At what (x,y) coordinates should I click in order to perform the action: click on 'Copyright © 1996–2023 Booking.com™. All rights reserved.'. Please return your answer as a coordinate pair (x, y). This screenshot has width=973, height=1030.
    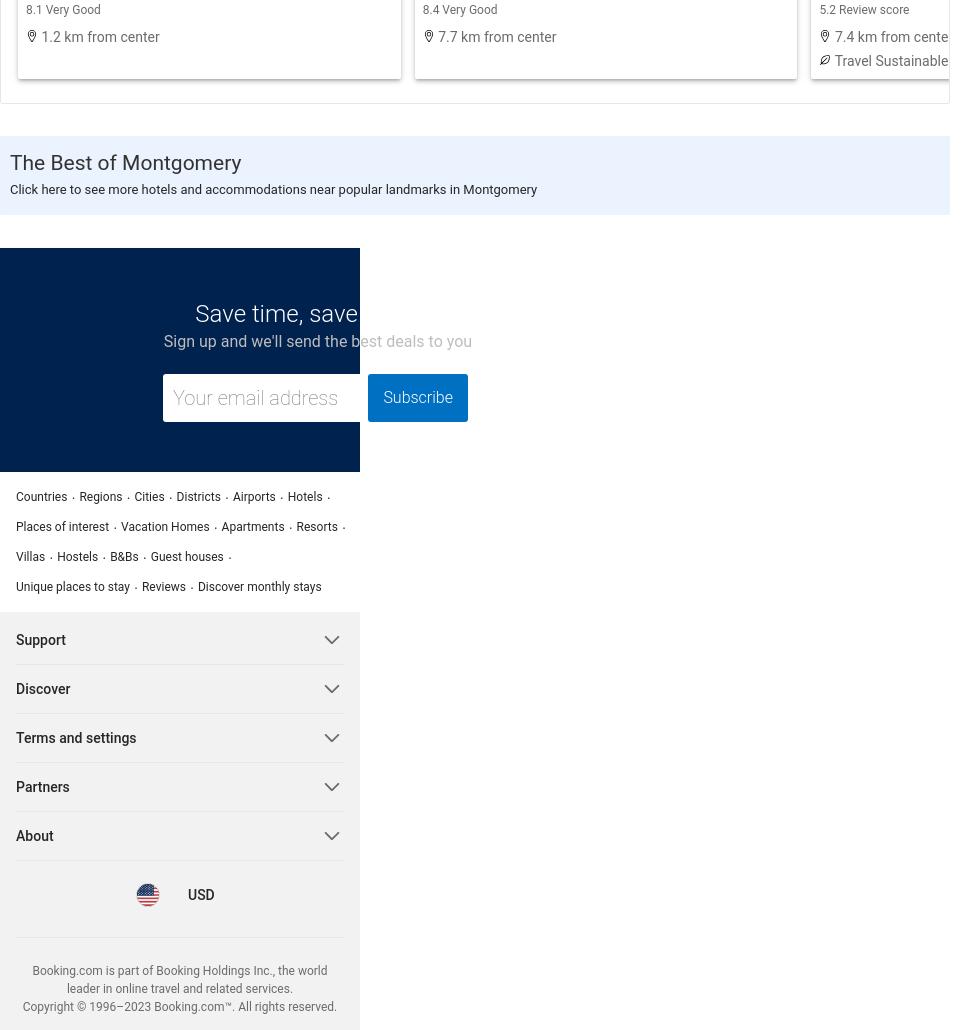
    Looking at the image, I should click on (179, 1005).